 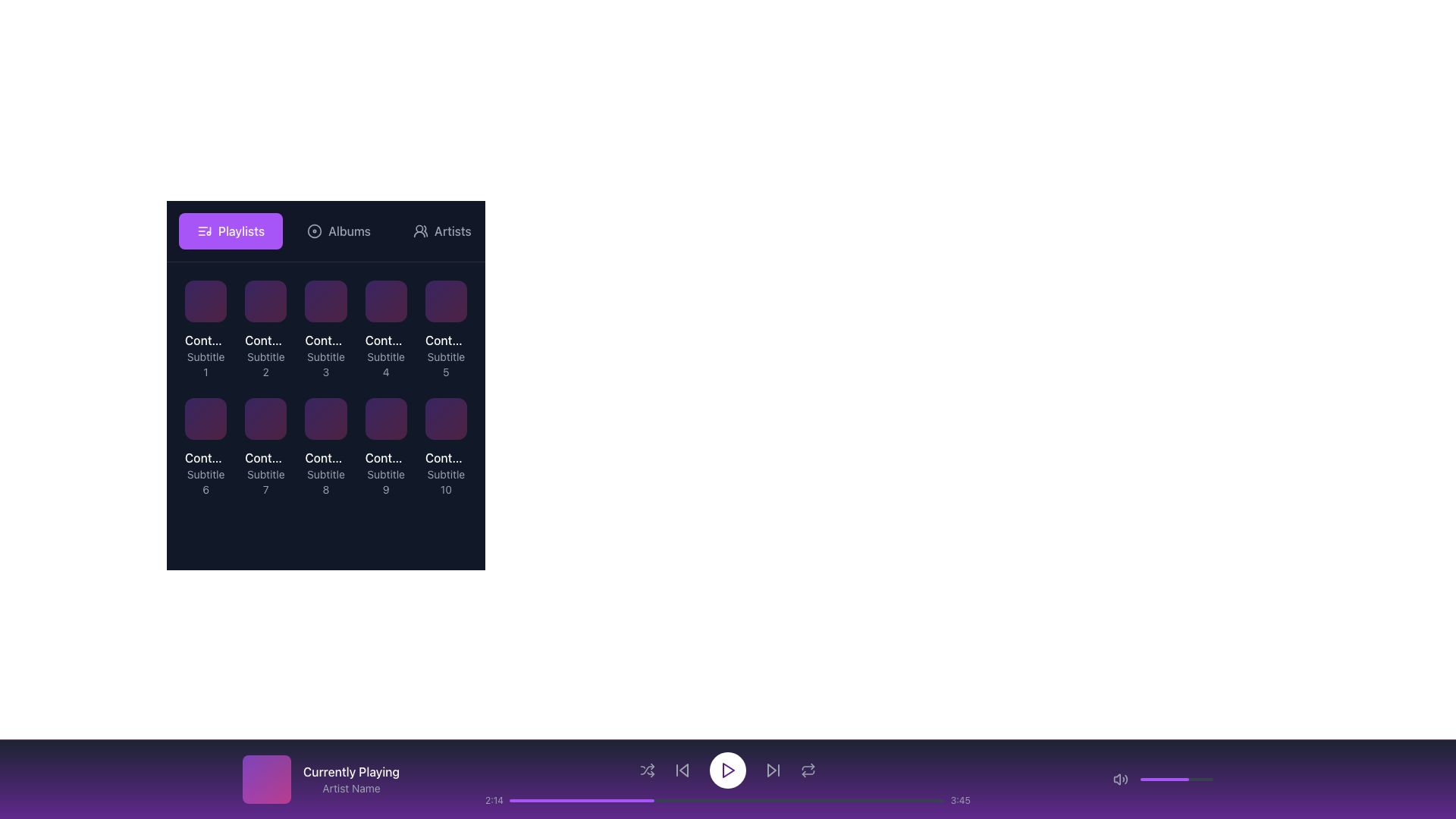 I want to click on the associated controls related, so click(x=325, y=356).